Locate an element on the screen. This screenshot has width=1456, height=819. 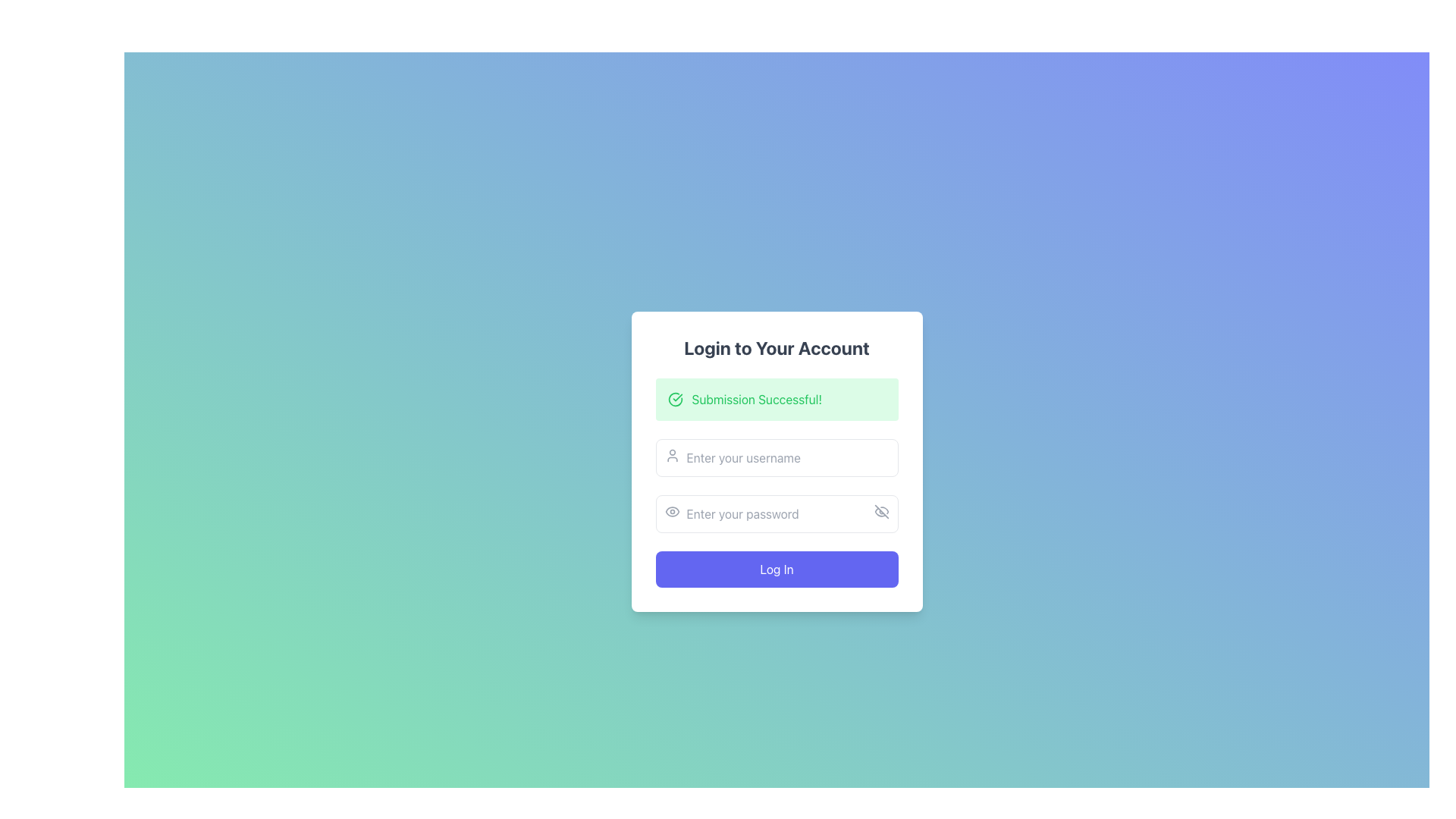
check-circle icon element located in the top-left corner of the green notification banner with the text 'Submission Successful!' by opening the developer tools is located at coordinates (674, 399).